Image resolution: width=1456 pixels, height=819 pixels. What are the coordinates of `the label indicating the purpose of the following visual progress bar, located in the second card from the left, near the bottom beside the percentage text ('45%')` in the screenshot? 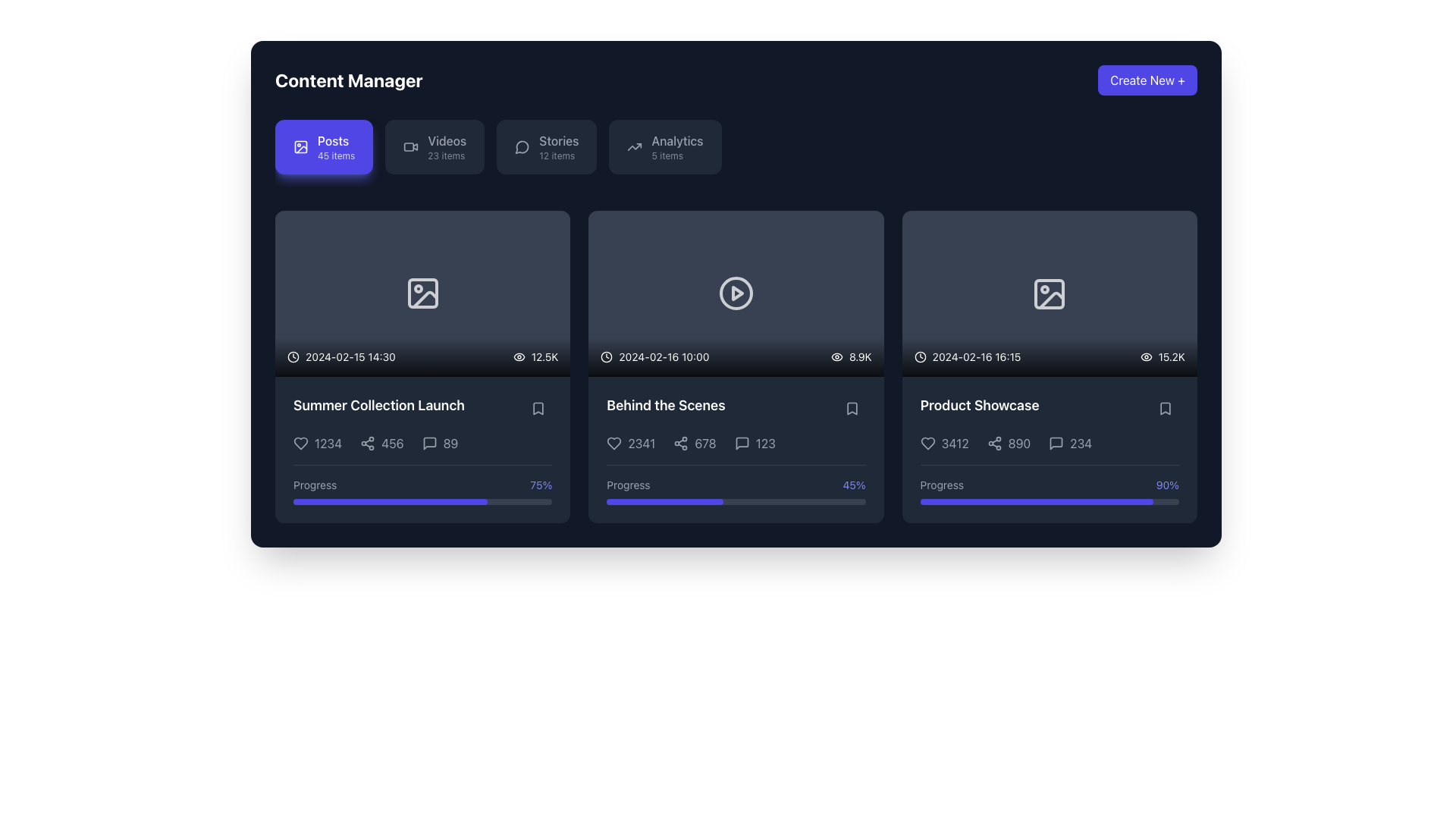 It's located at (629, 485).